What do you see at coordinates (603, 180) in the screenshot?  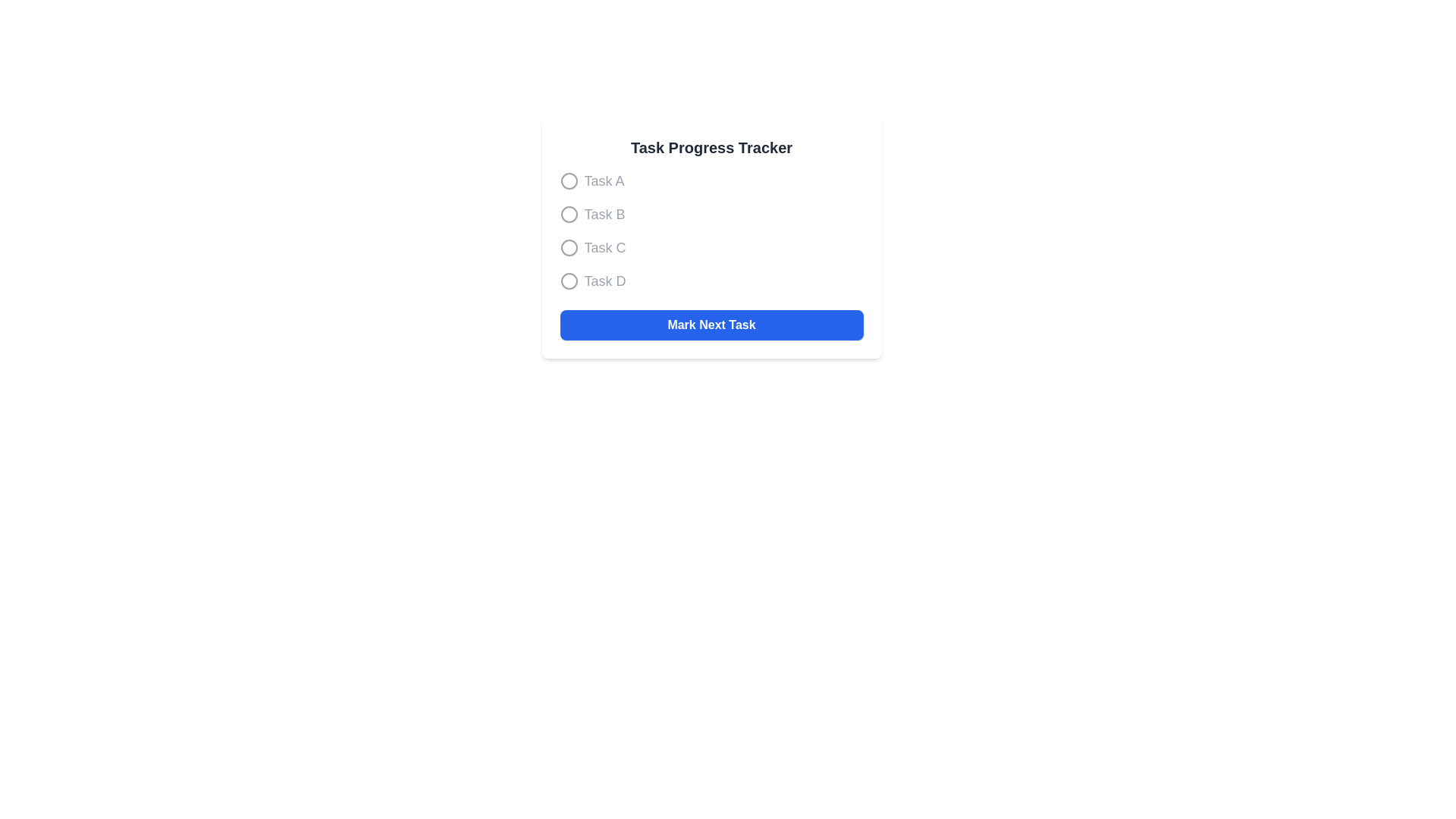 I see `the text label 'Task A' which is styled in a large font size and light gray color, located in the first option of a vertical task list` at bounding box center [603, 180].